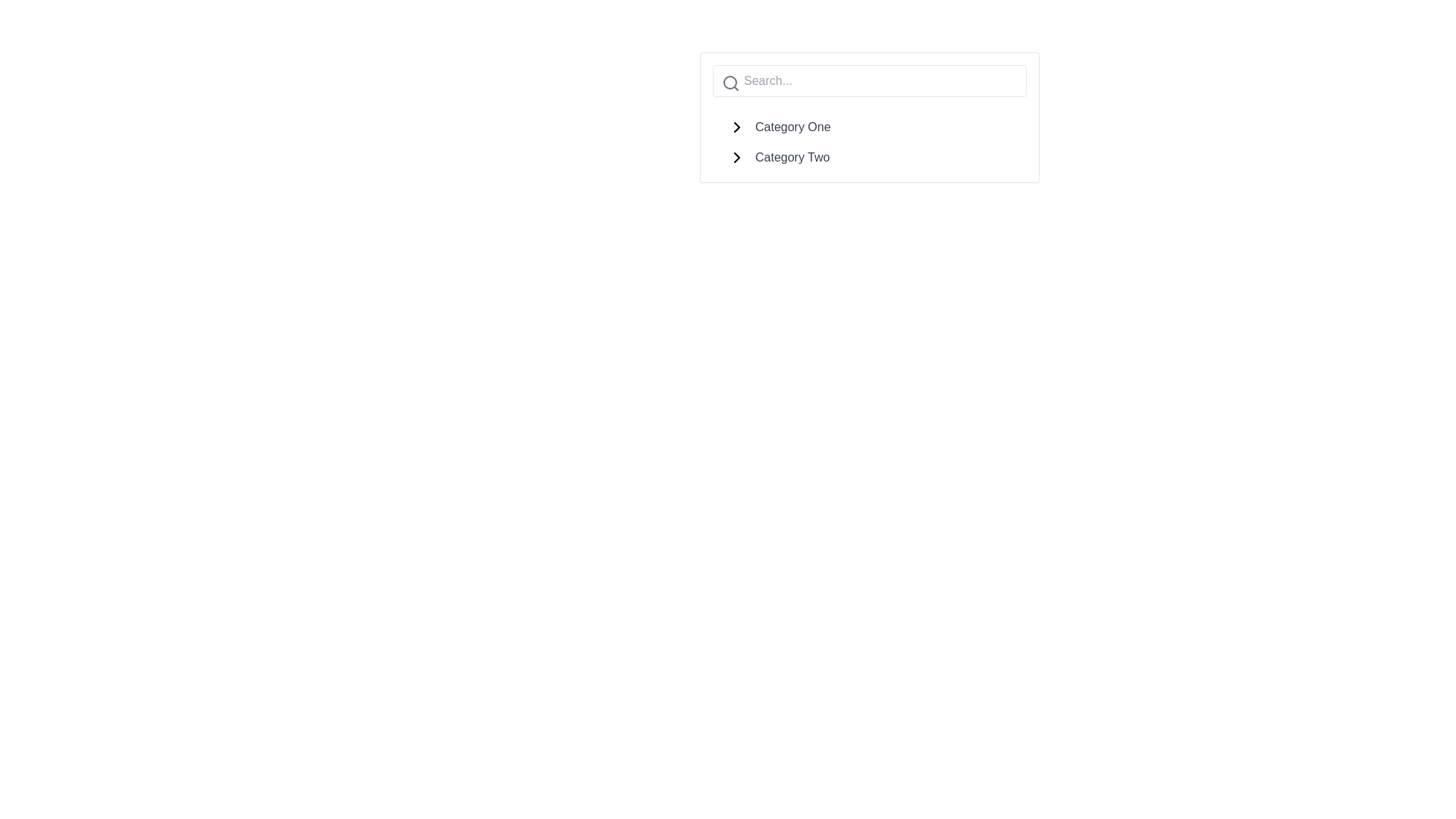 The height and width of the screenshot is (819, 1456). What do you see at coordinates (736, 127) in the screenshot?
I see `the rightward-pointing chevron icon with a thin black stroke, located to the left of the 'Category One' text` at bounding box center [736, 127].